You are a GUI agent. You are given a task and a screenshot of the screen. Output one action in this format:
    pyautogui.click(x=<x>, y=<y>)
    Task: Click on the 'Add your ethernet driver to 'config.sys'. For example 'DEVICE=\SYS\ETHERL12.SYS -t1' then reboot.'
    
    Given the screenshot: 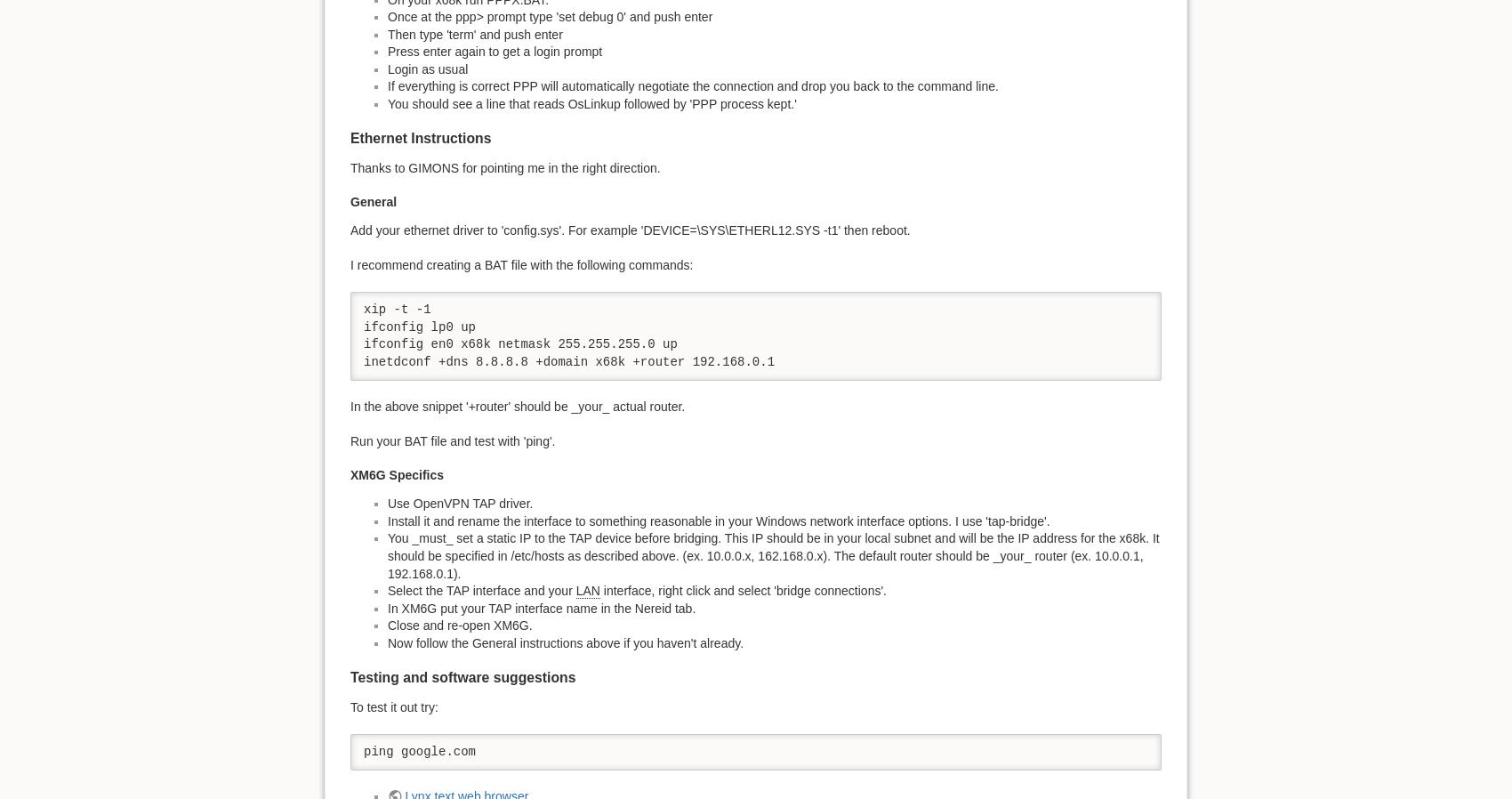 What is the action you would take?
    pyautogui.click(x=350, y=230)
    